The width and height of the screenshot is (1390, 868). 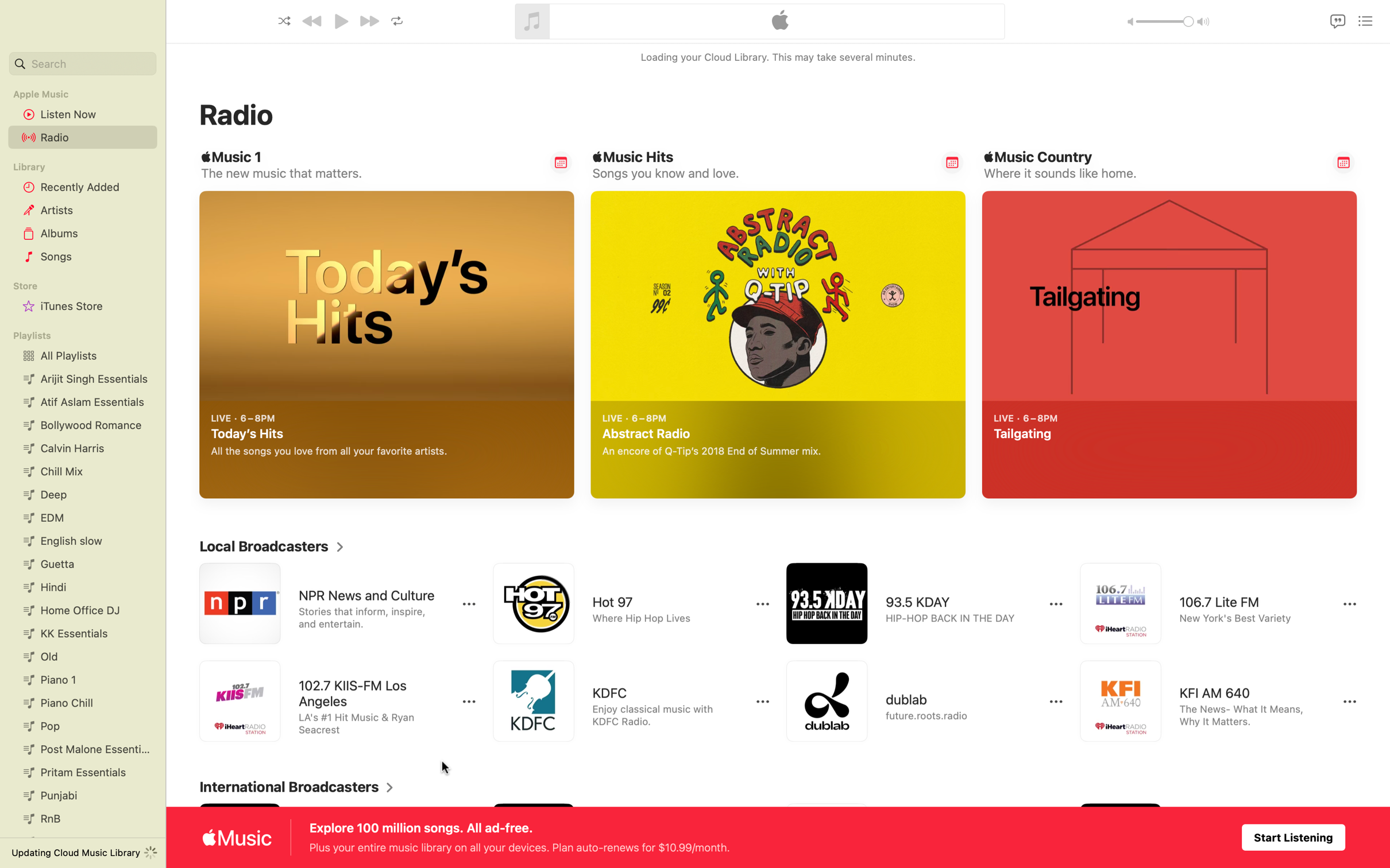 What do you see at coordinates (914, 701) in the screenshot?
I see `Dublab broadcast` at bounding box center [914, 701].